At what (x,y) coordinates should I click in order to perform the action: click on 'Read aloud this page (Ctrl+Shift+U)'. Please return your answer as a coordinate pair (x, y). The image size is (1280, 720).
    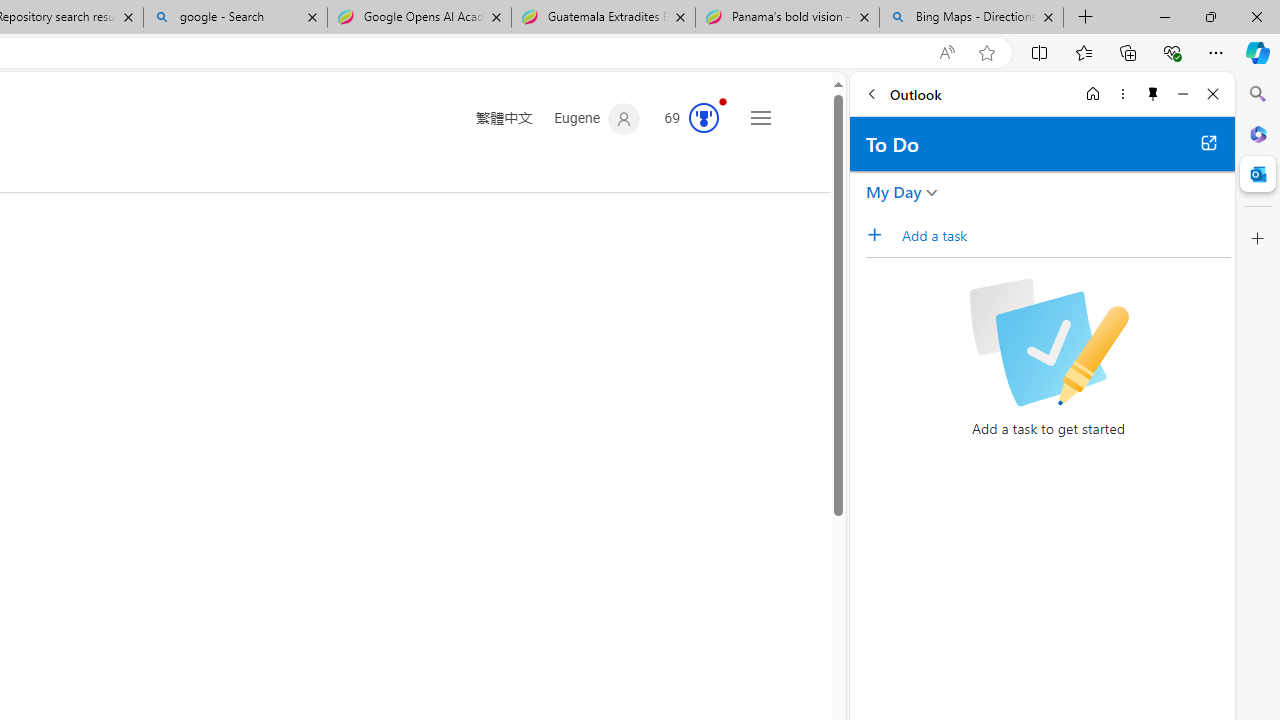
    Looking at the image, I should click on (945, 52).